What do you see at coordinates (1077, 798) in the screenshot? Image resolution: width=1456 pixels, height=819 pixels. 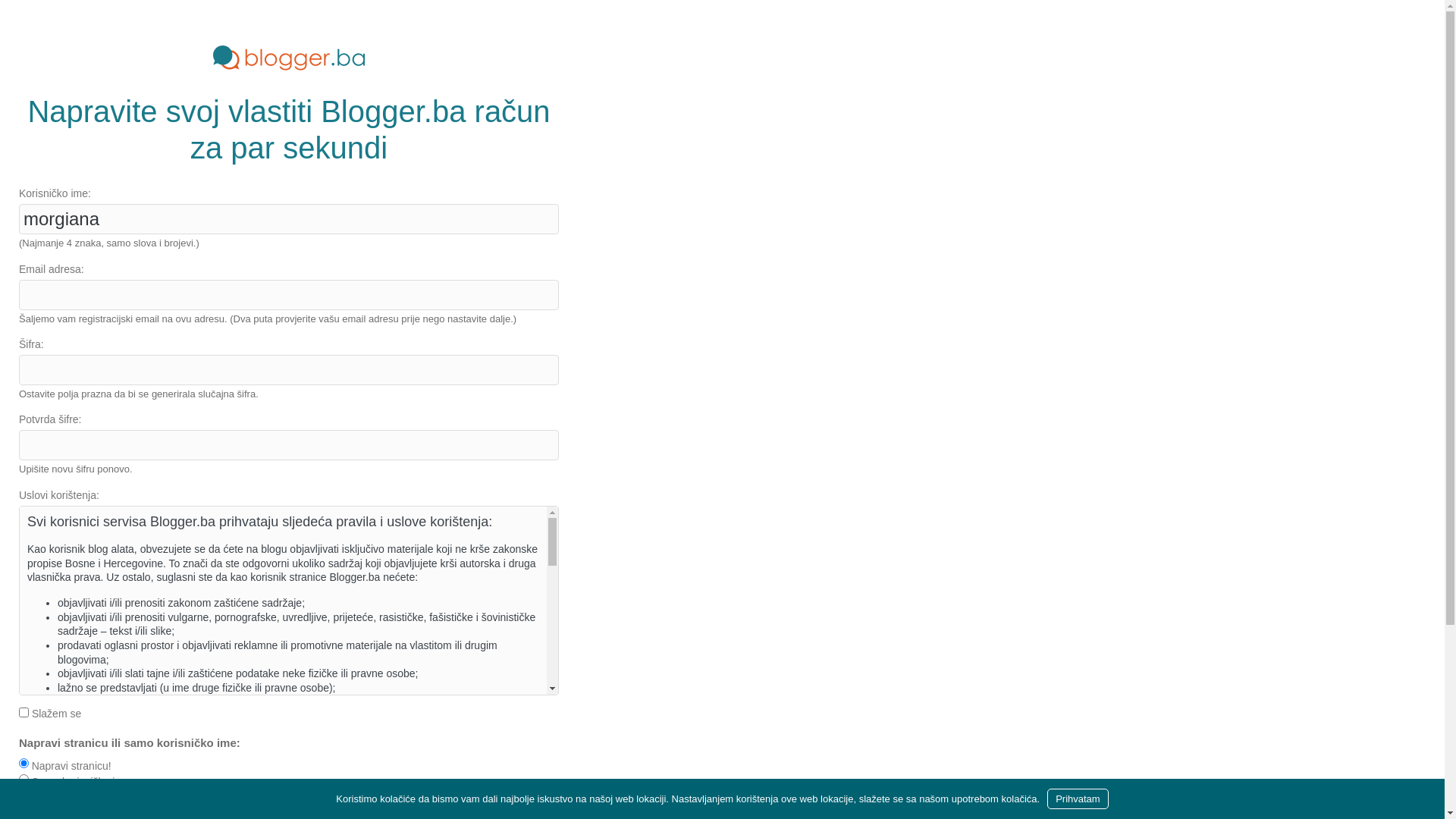 I see `'Prihvatam'` at bounding box center [1077, 798].